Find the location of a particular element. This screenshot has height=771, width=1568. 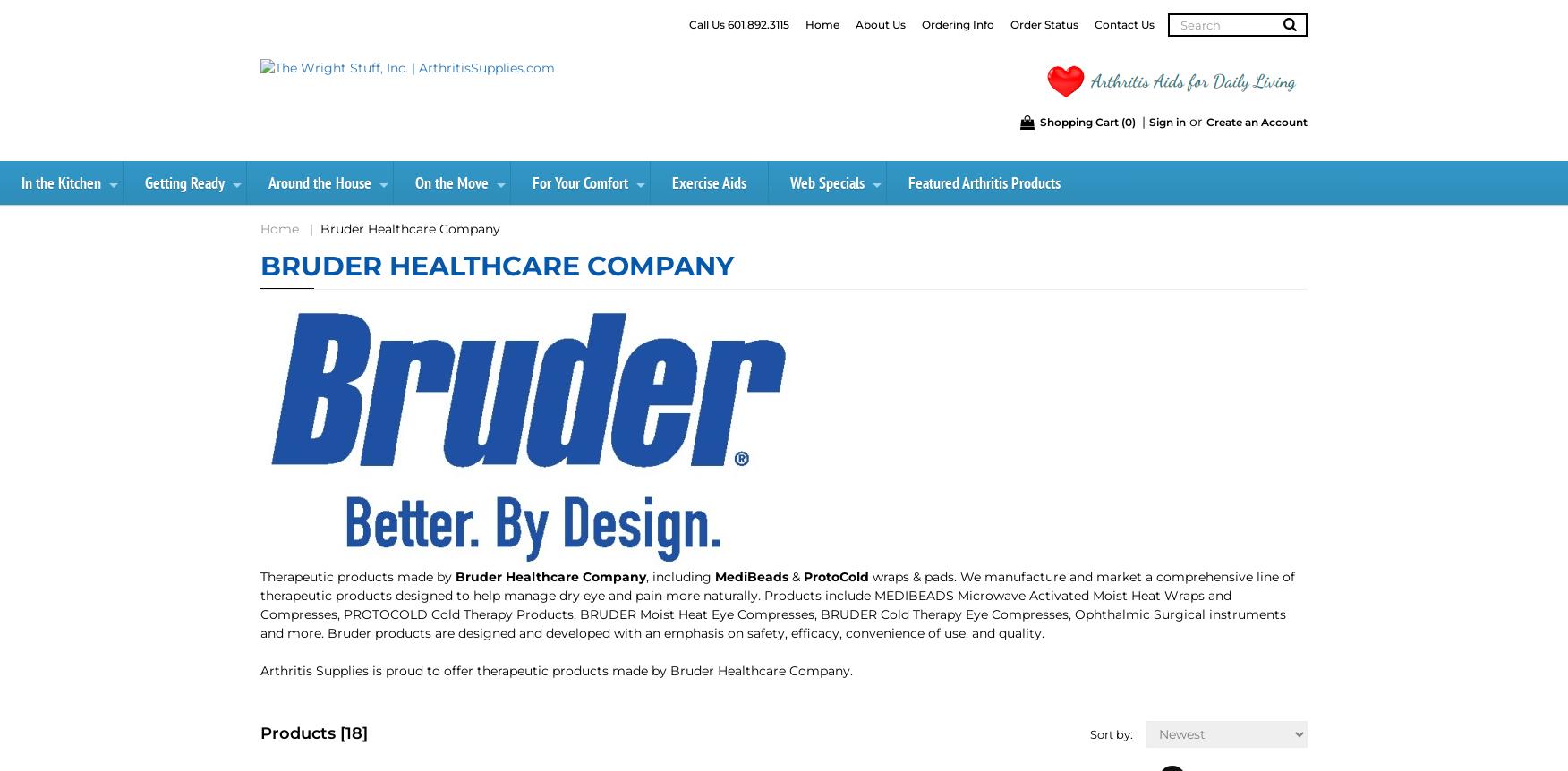

'For Your Comfort' is located at coordinates (580, 182).